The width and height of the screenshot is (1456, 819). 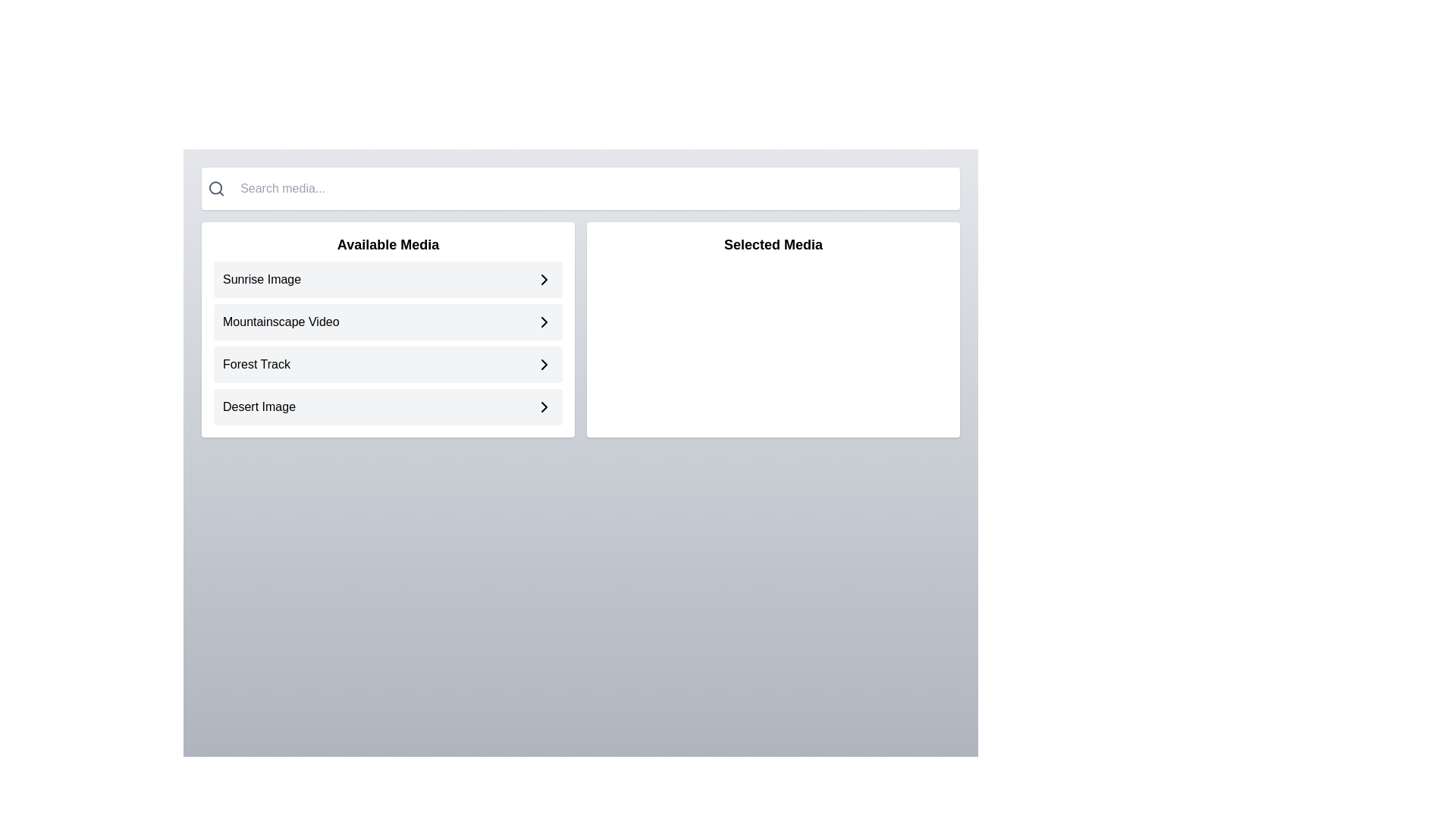 What do you see at coordinates (544, 280) in the screenshot?
I see `the chevron icon located to the right of the 'Sunrise Image' row in the 'Available Media' section` at bounding box center [544, 280].